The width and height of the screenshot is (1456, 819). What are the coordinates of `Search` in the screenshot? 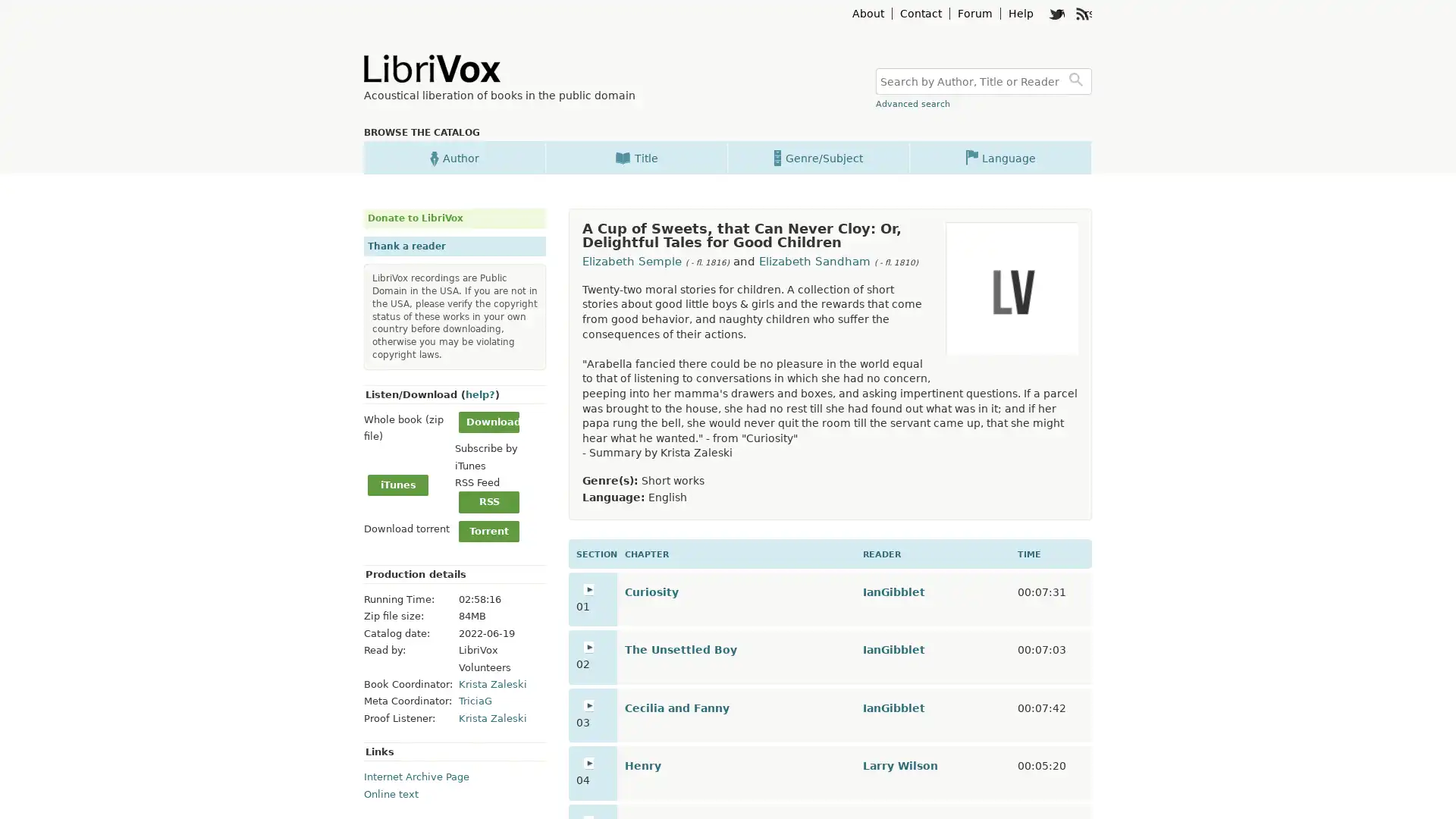 It's located at (1078, 81).